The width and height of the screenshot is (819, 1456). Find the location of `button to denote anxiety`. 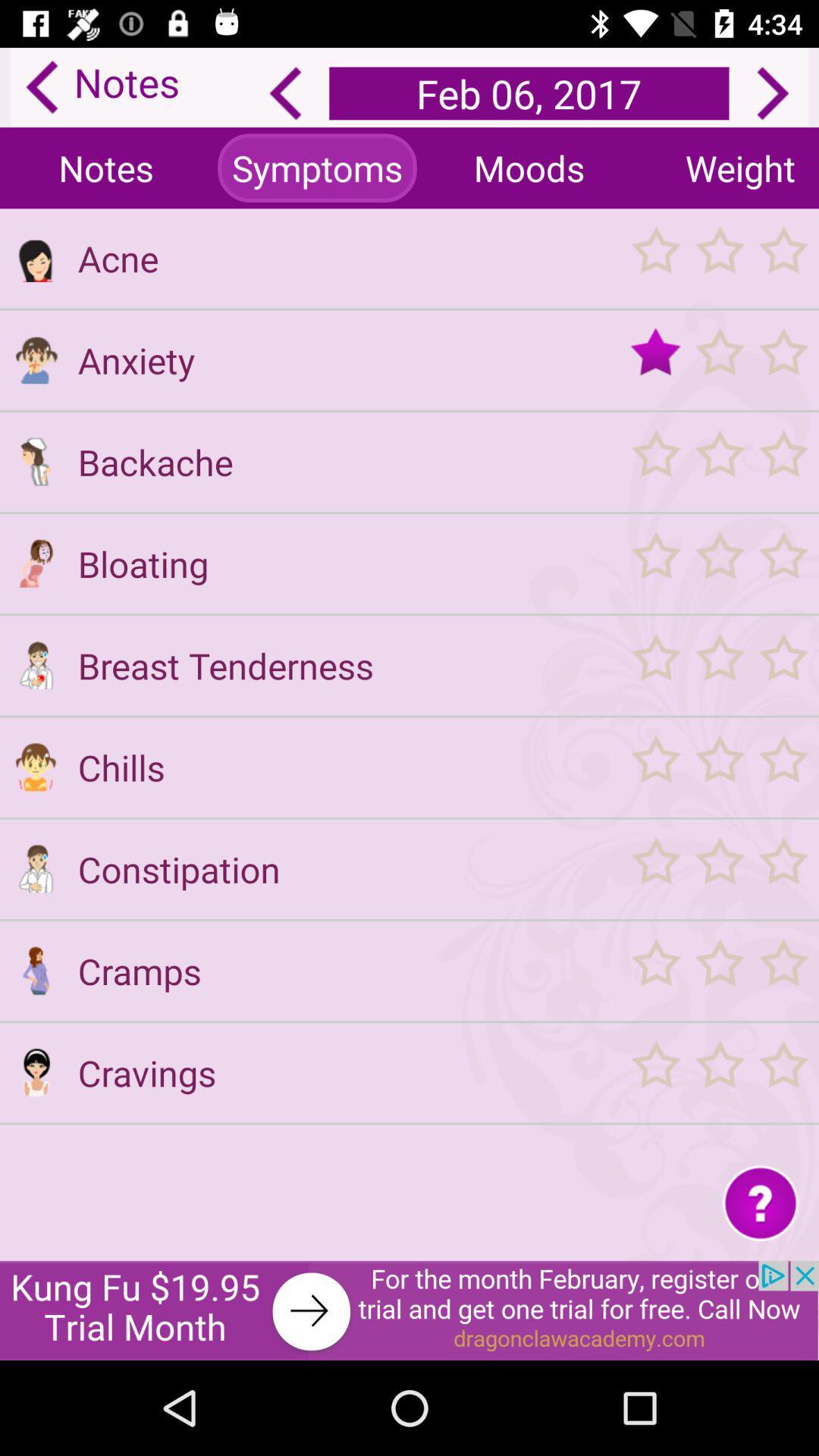

button to denote anxiety is located at coordinates (35, 359).